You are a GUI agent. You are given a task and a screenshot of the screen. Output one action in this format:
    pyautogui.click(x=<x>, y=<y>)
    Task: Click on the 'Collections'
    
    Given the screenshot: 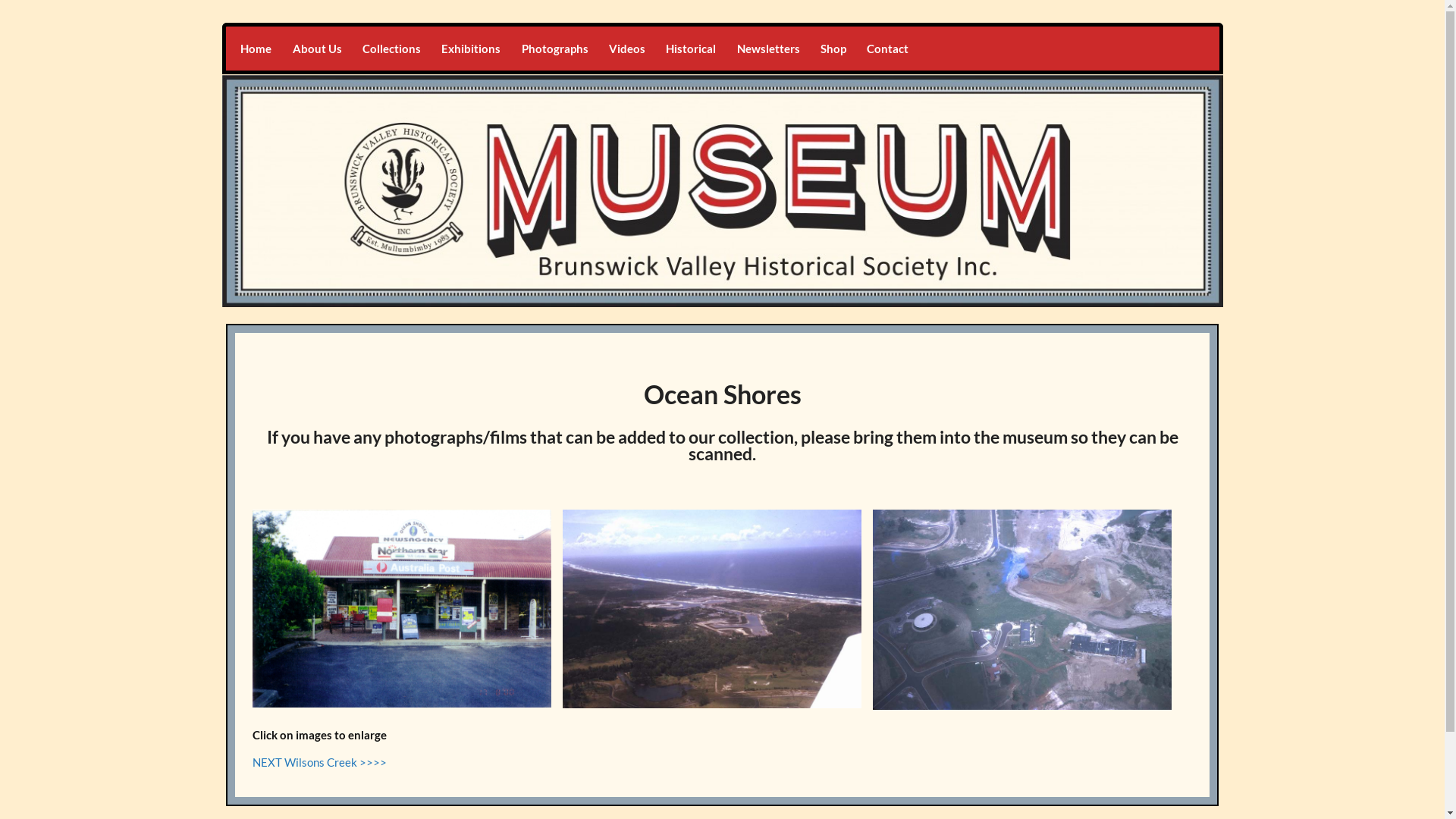 What is the action you would take?
    pyautogui.click(x=351, y=48)
    